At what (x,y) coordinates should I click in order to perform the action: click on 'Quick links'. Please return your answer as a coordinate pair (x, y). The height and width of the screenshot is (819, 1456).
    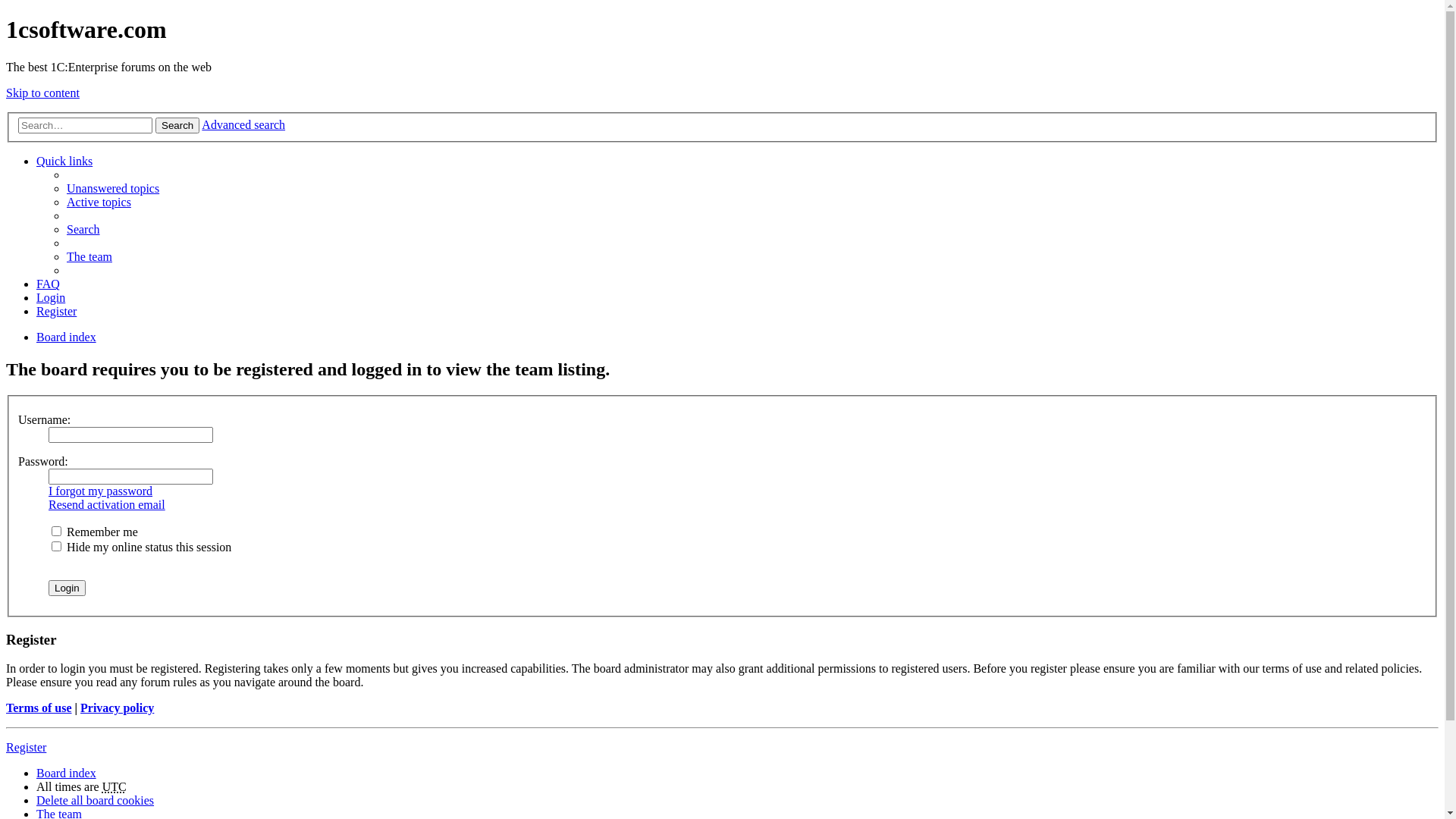
    Looking at the image, I should click on (64, 161).